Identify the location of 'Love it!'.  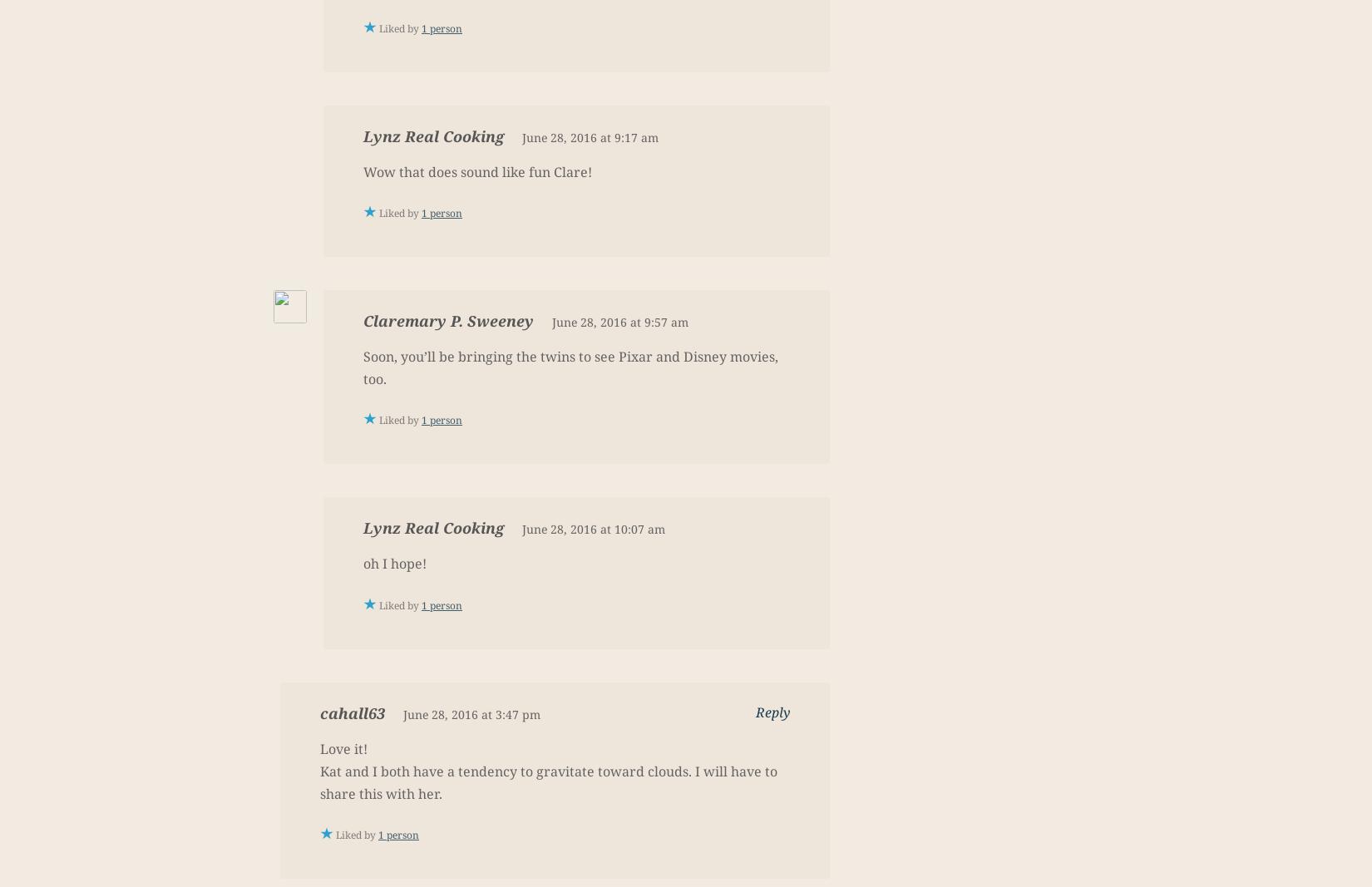
(343, 748).